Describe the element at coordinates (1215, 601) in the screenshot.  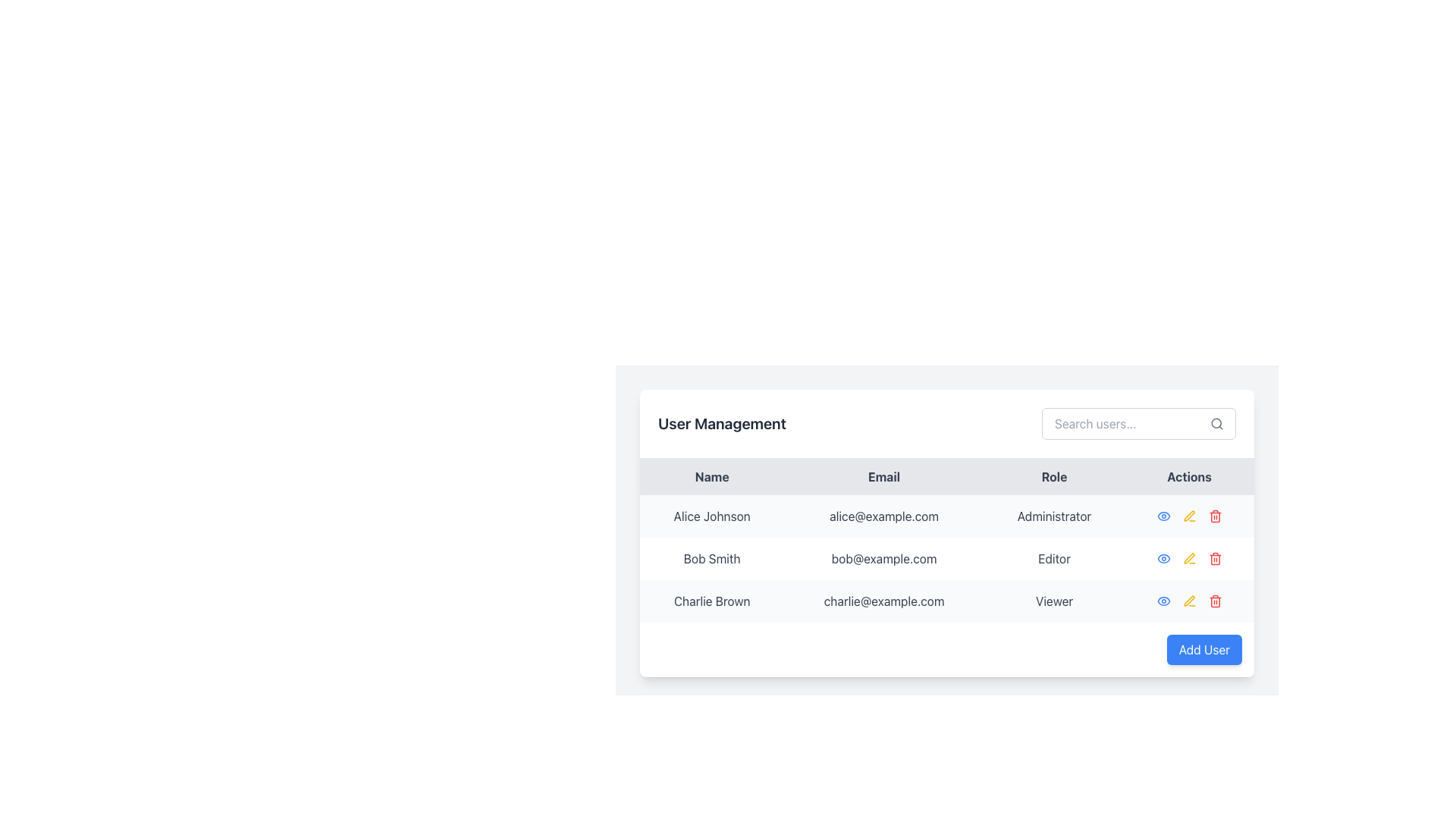
I see `the trash can icon in the 'Actions' column of the user management table, which signifies the 'delete' action` at that location.